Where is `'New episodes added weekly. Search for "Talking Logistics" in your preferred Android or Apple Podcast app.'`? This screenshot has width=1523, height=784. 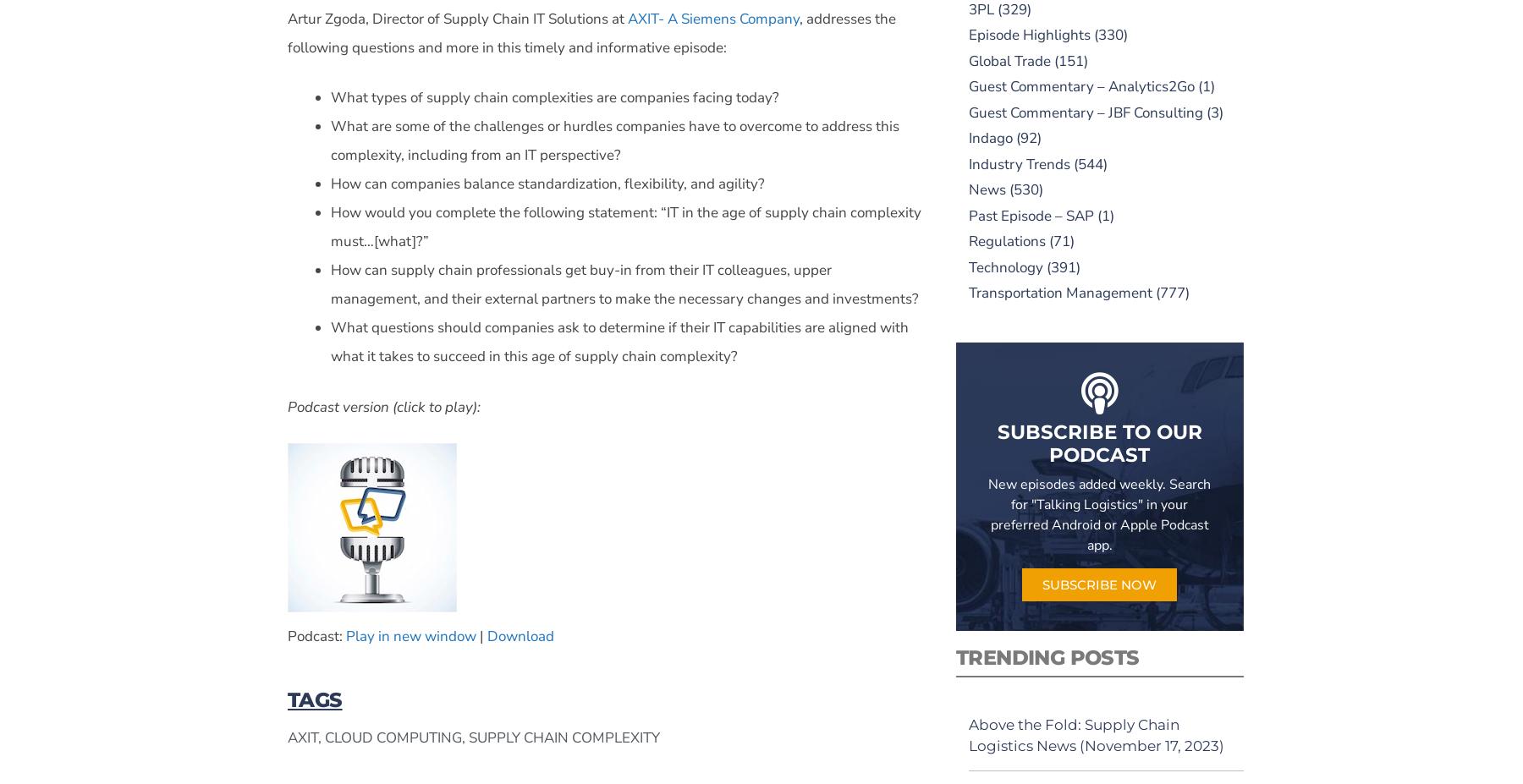
'New episodes added weekly. Search for "Talking Logistics" in your preferred Android or Apple Podcast app.' is located at coordinates (987, 514).